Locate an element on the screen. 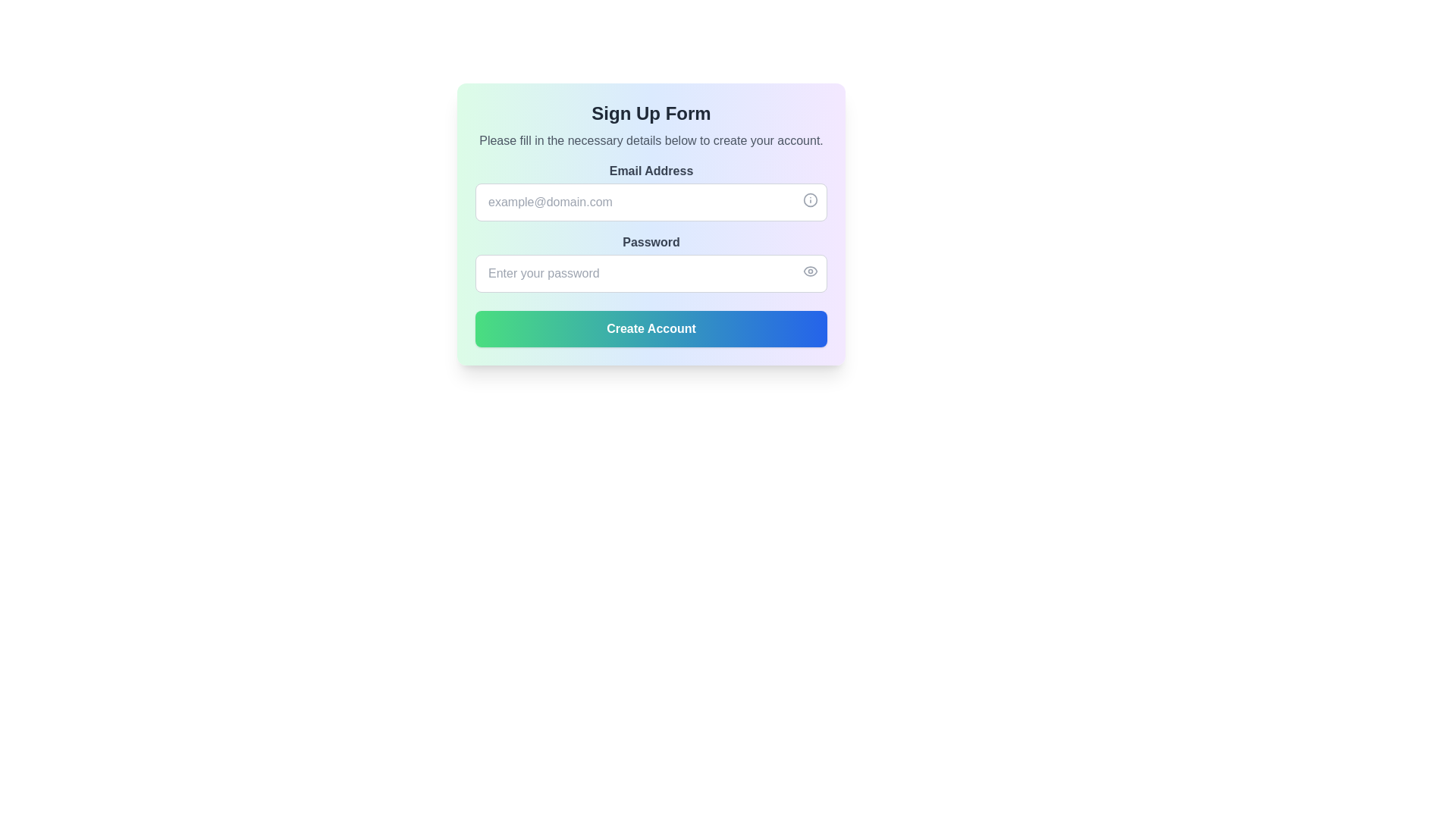  the Text header element that serves as the title for the sign-up form, located at the top of the colorful rectangular card is located at coordinates (651, 113).